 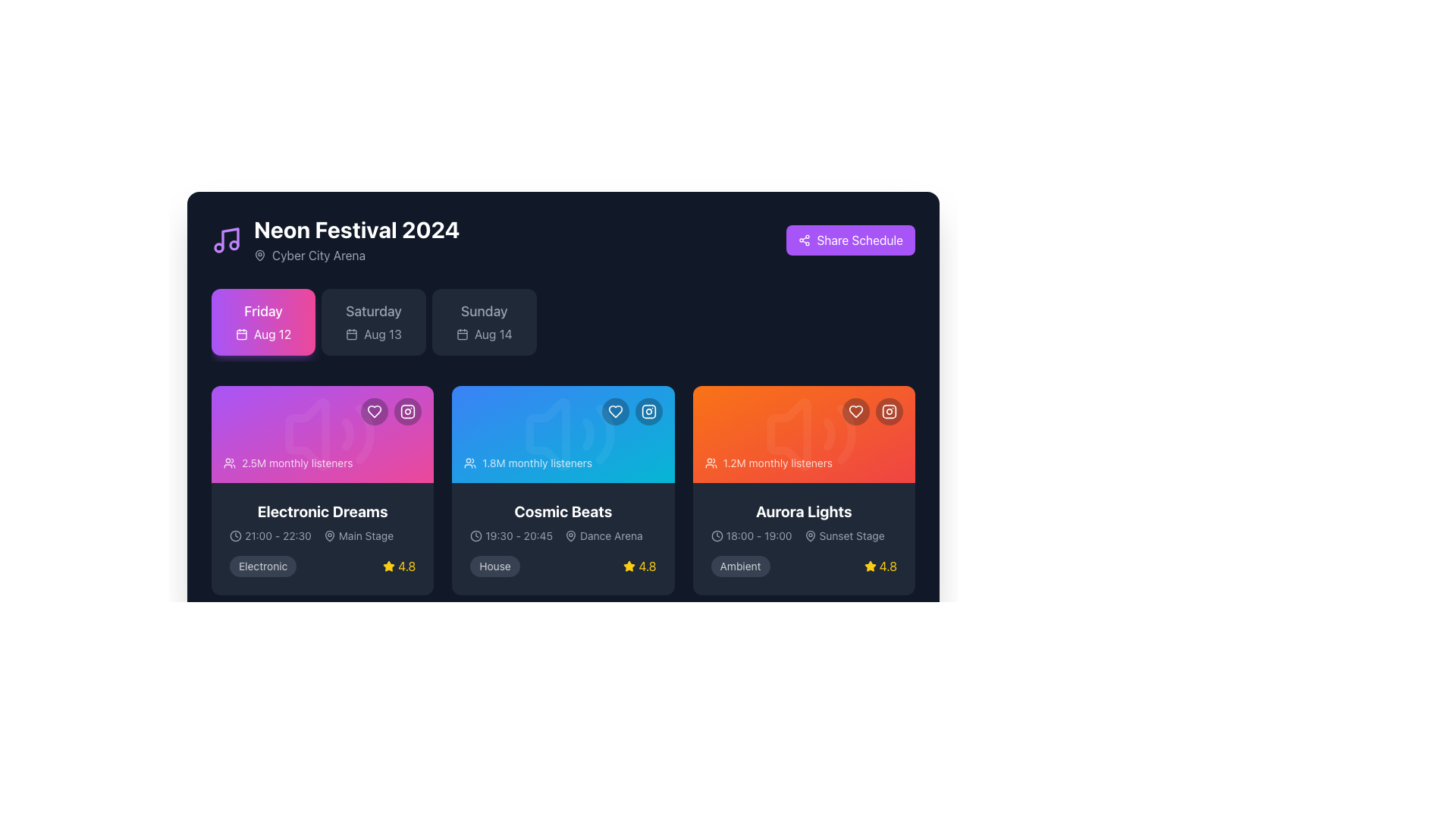 I want to click on the heart icon located at the top-right corner of the 'Electronic Dreams' card to like or favorite it, so click(x=375, y=412).